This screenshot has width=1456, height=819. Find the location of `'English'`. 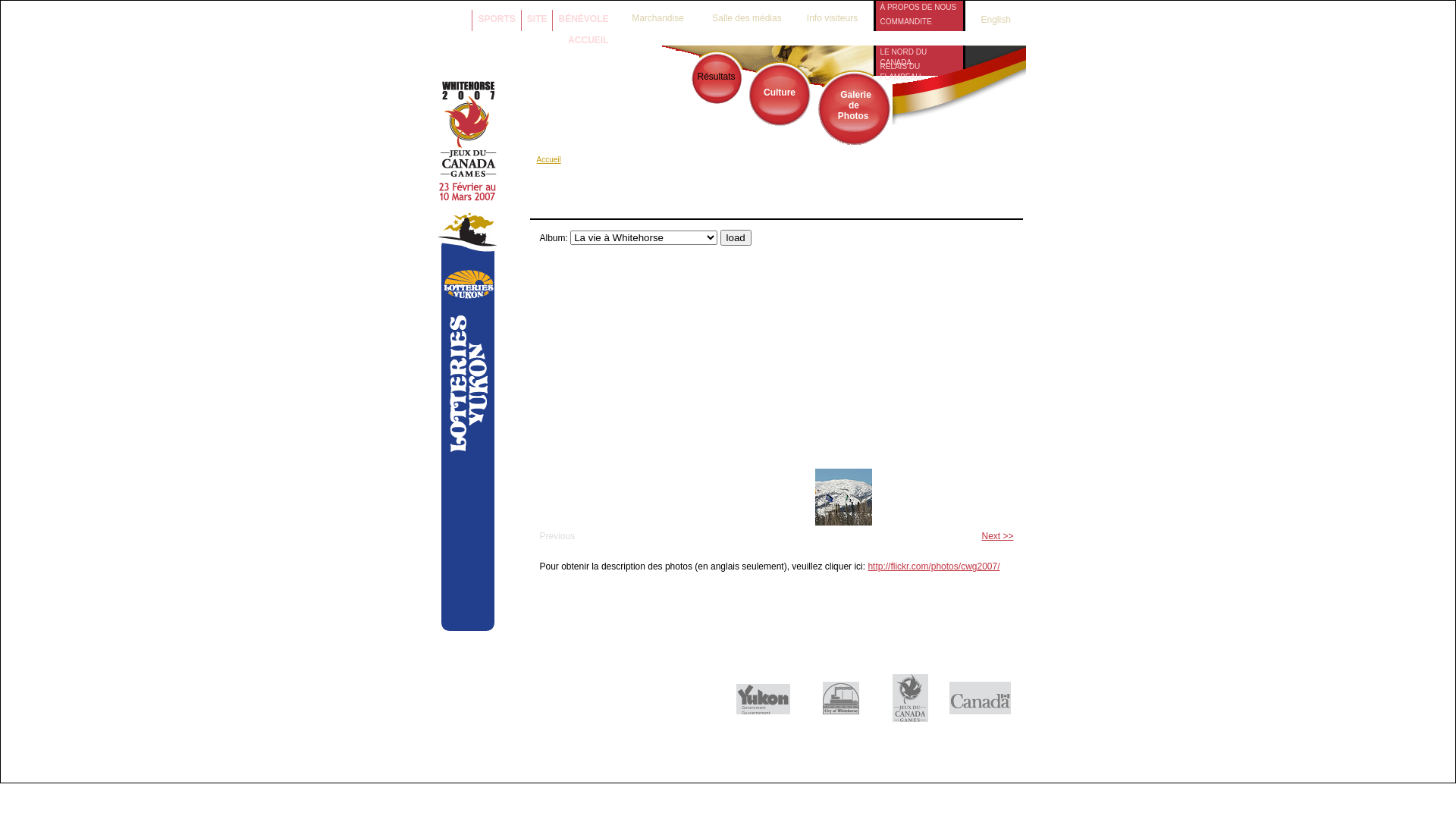

'English' is located at coordinates (987, 20).